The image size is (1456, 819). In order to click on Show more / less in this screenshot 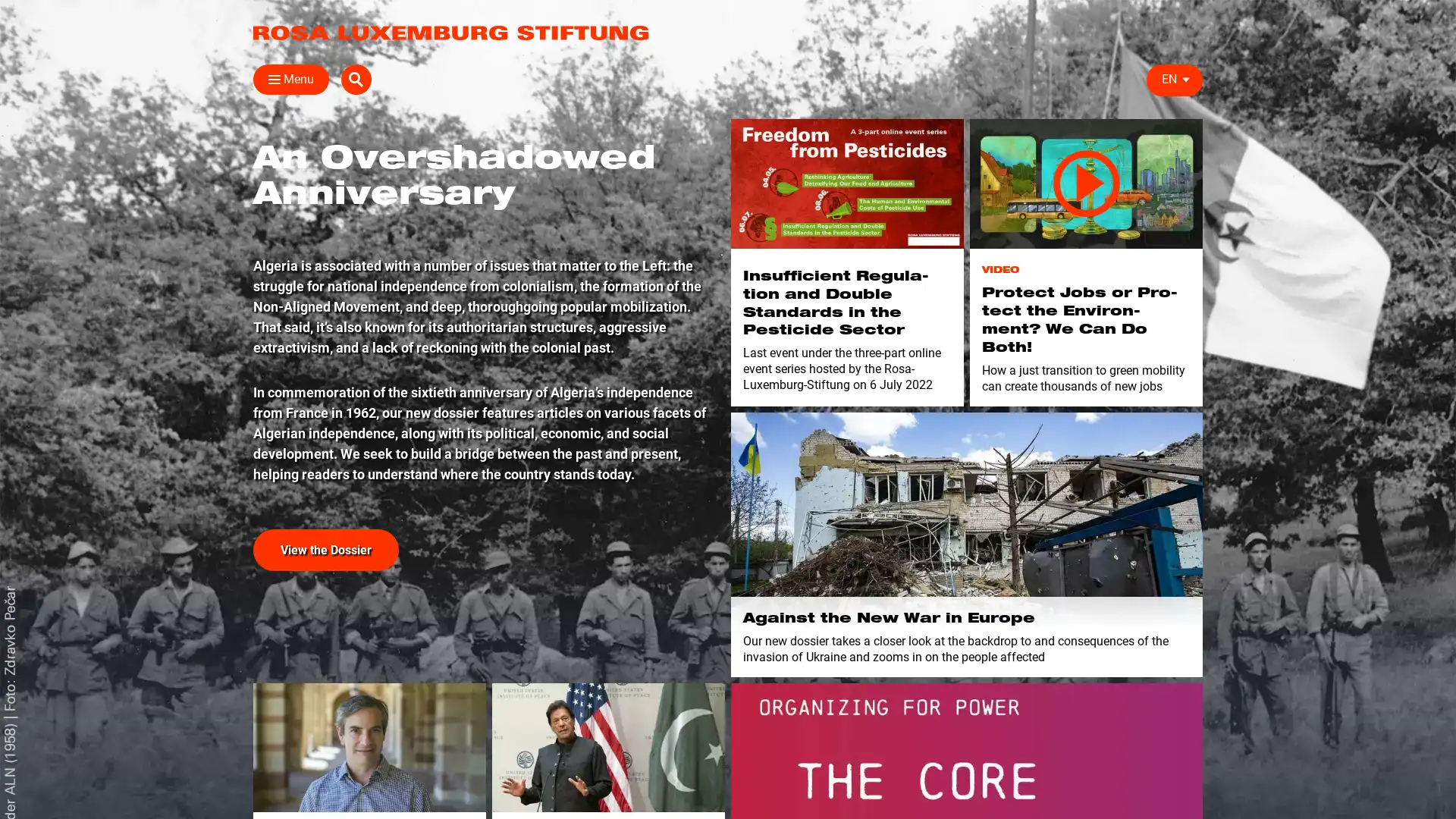, I will do `click(246, 227)`.